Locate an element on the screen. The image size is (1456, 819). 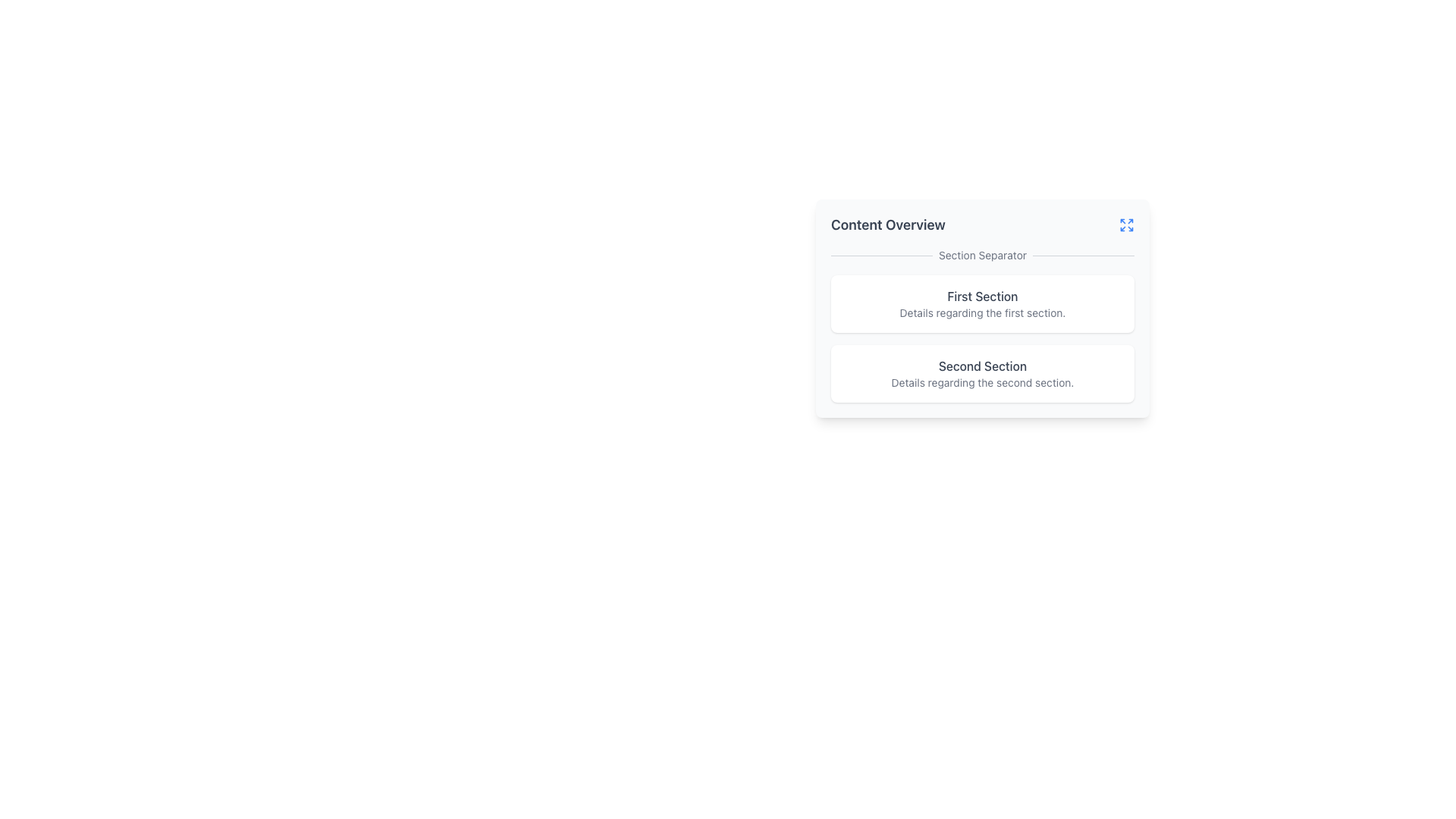
text content of the small, gray-colored text label that says 'Details regarding the first section.' located under the 'First Section' heading is located at coordinates (983, 312).